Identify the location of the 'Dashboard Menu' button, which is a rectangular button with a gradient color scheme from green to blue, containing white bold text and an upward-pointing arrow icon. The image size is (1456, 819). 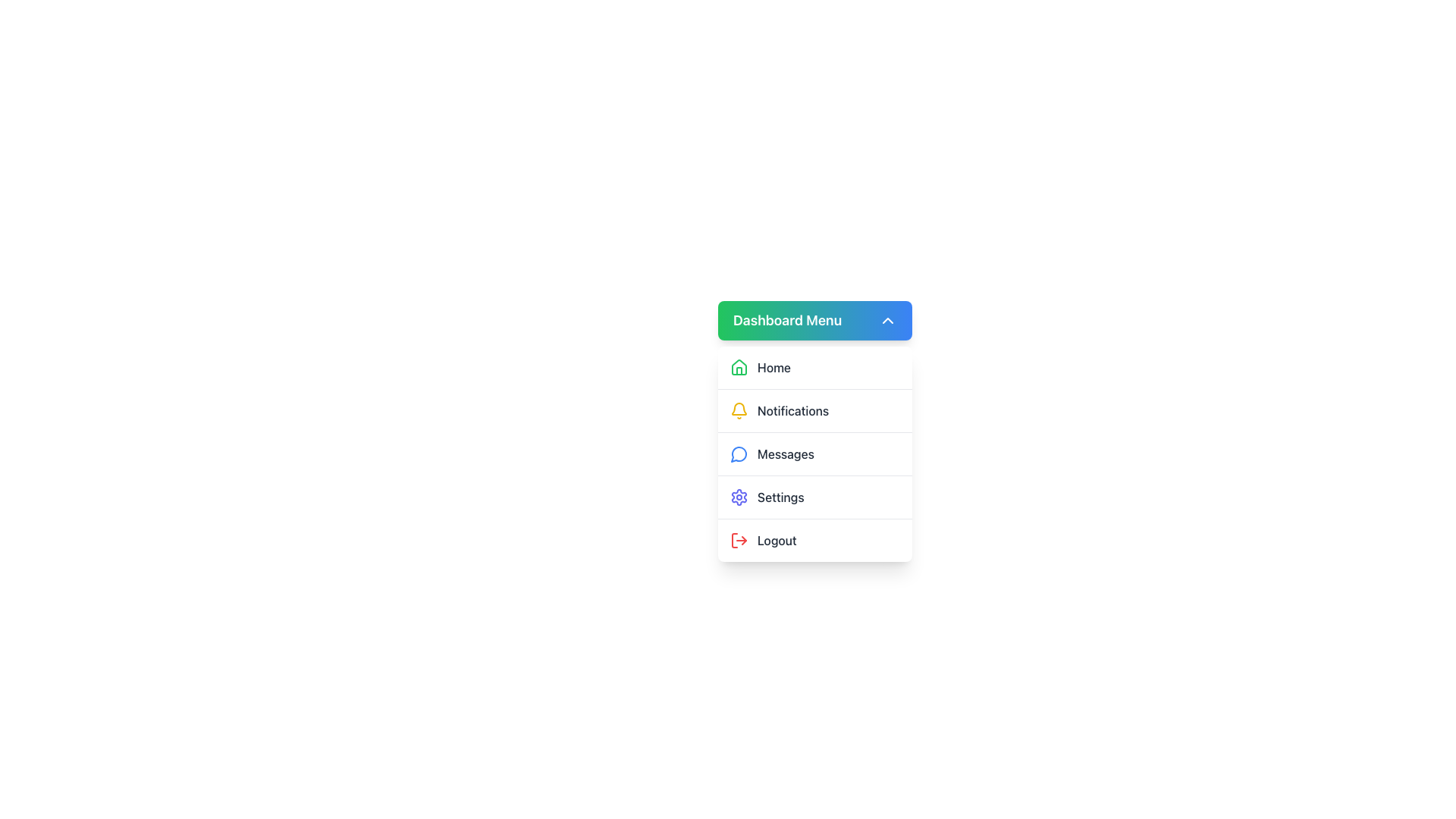
(814, 320).